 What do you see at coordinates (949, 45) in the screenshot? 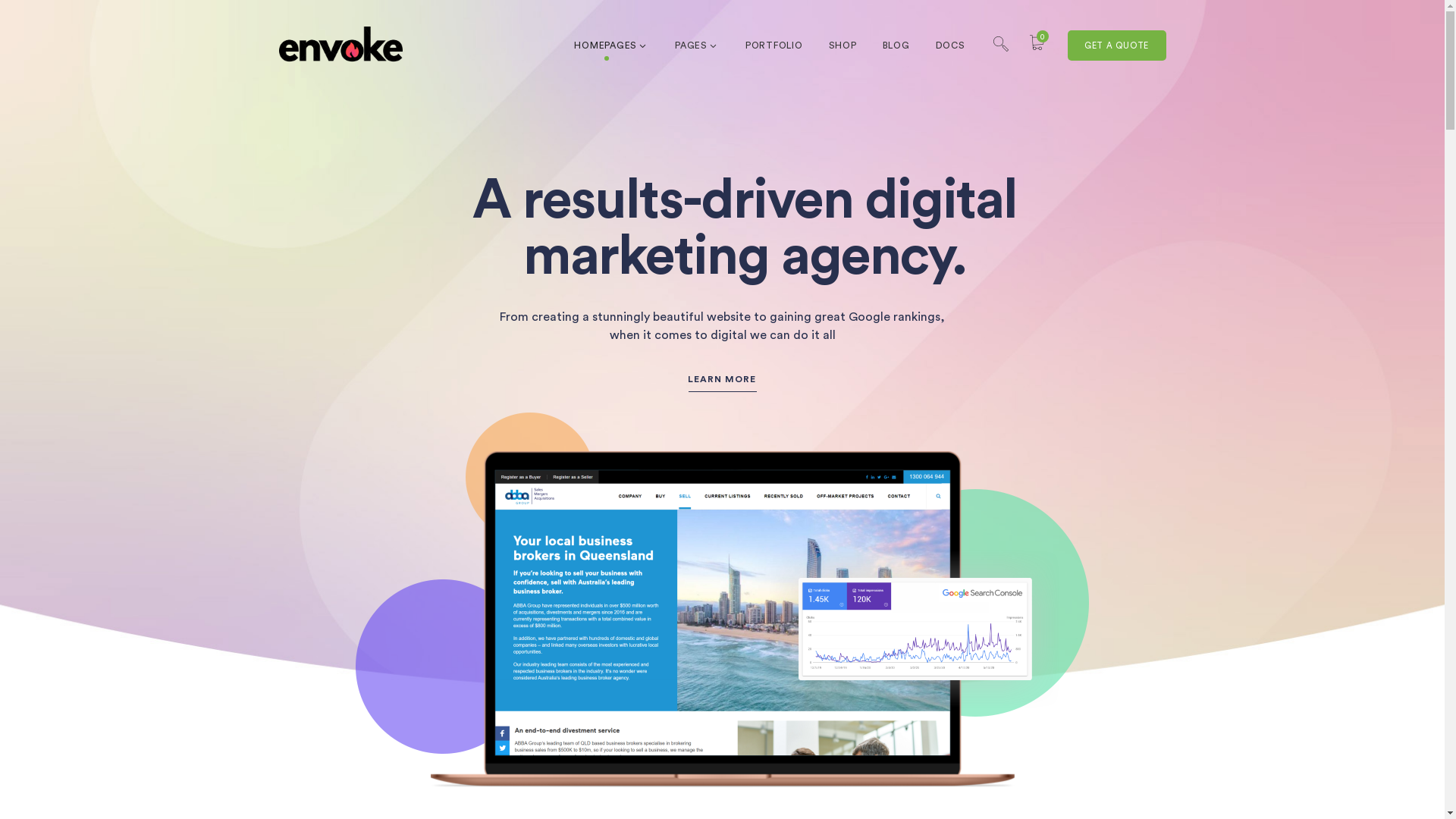
I see `'DOCS'` at bounding box center [949, 45].